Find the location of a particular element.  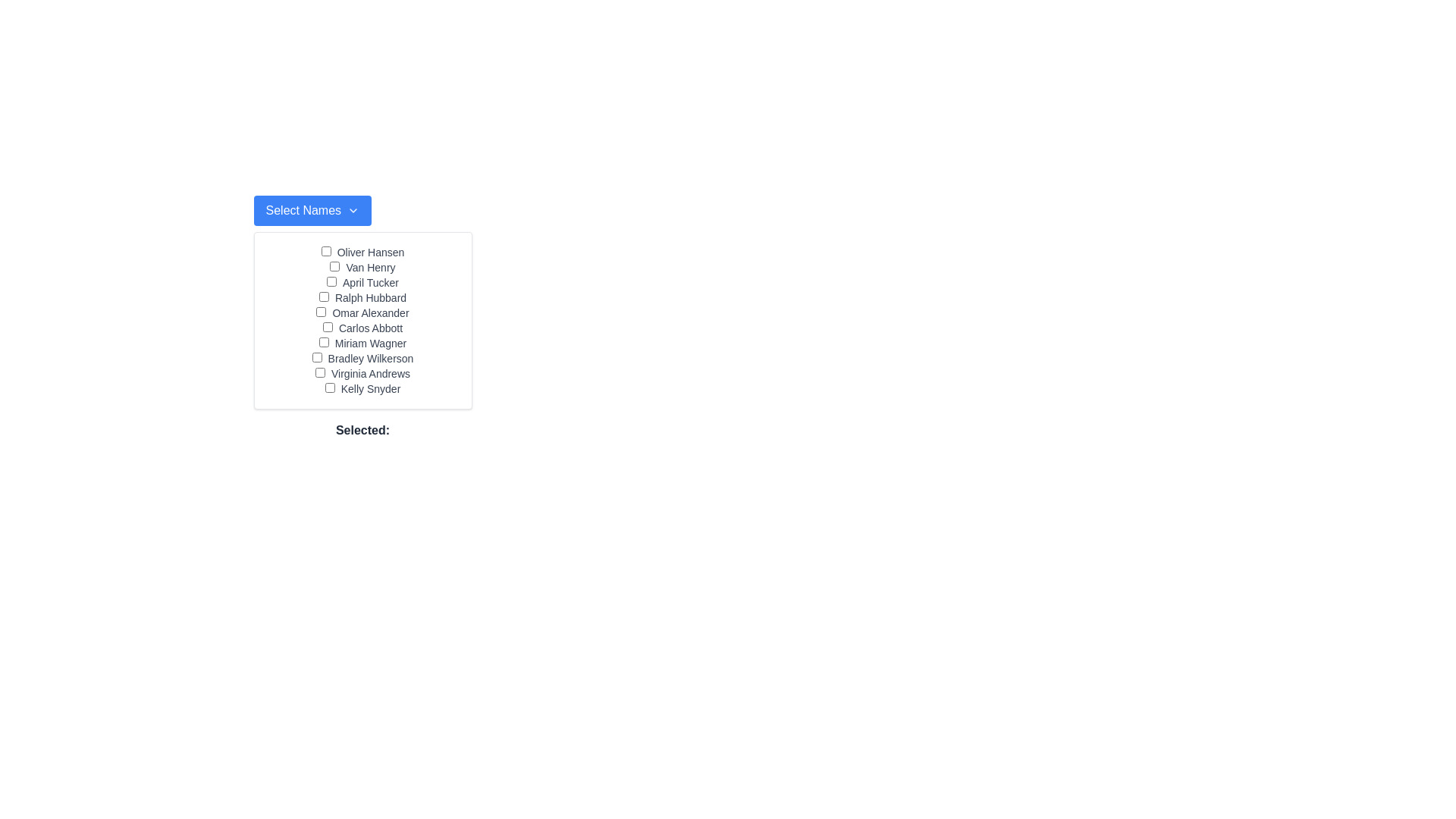

the standard checkbox next to the text 'Van Henry' is located at coordinates (334, 265).